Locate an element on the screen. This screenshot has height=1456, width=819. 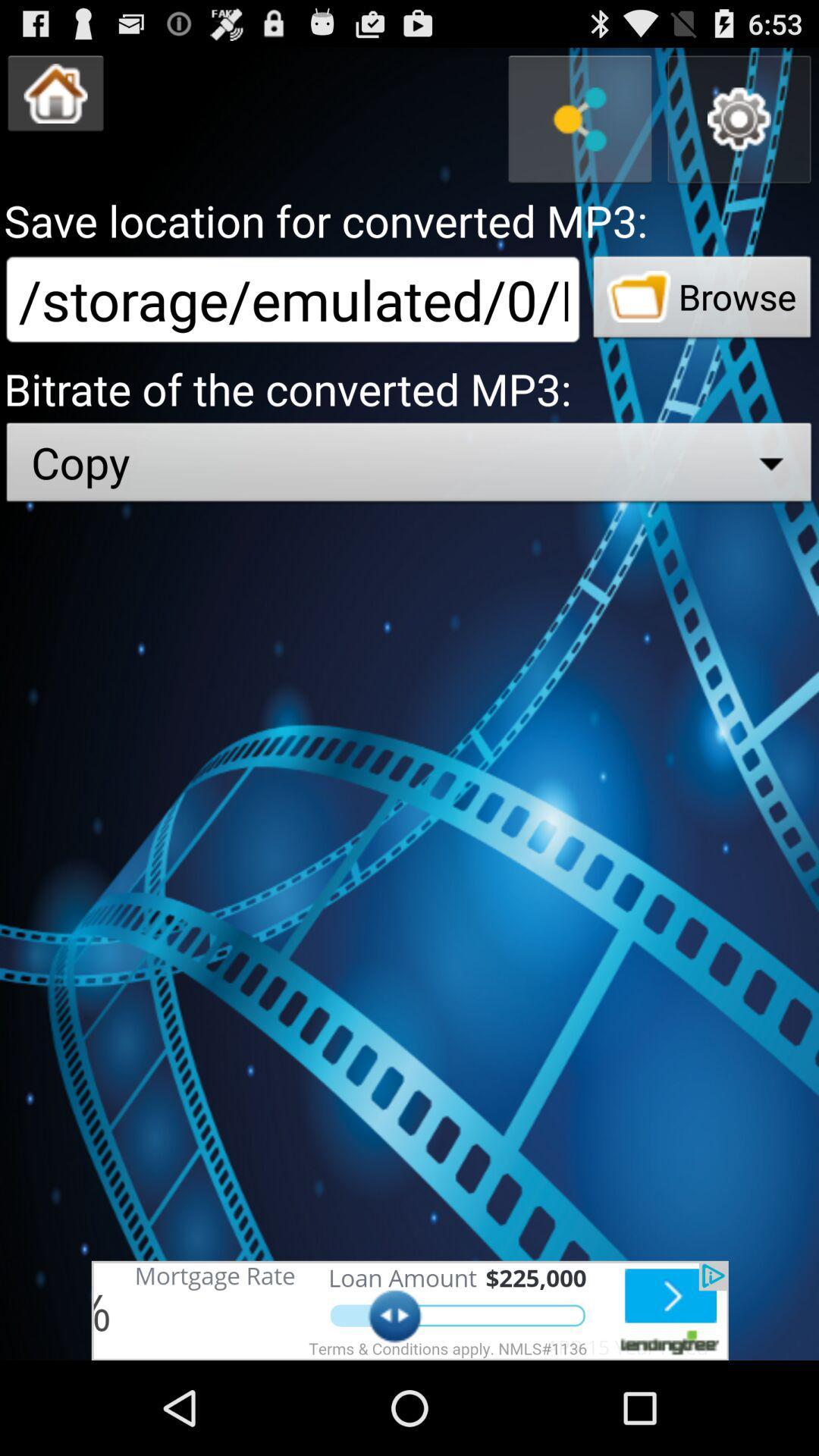
parameter button is located at coordinates (739, 118).